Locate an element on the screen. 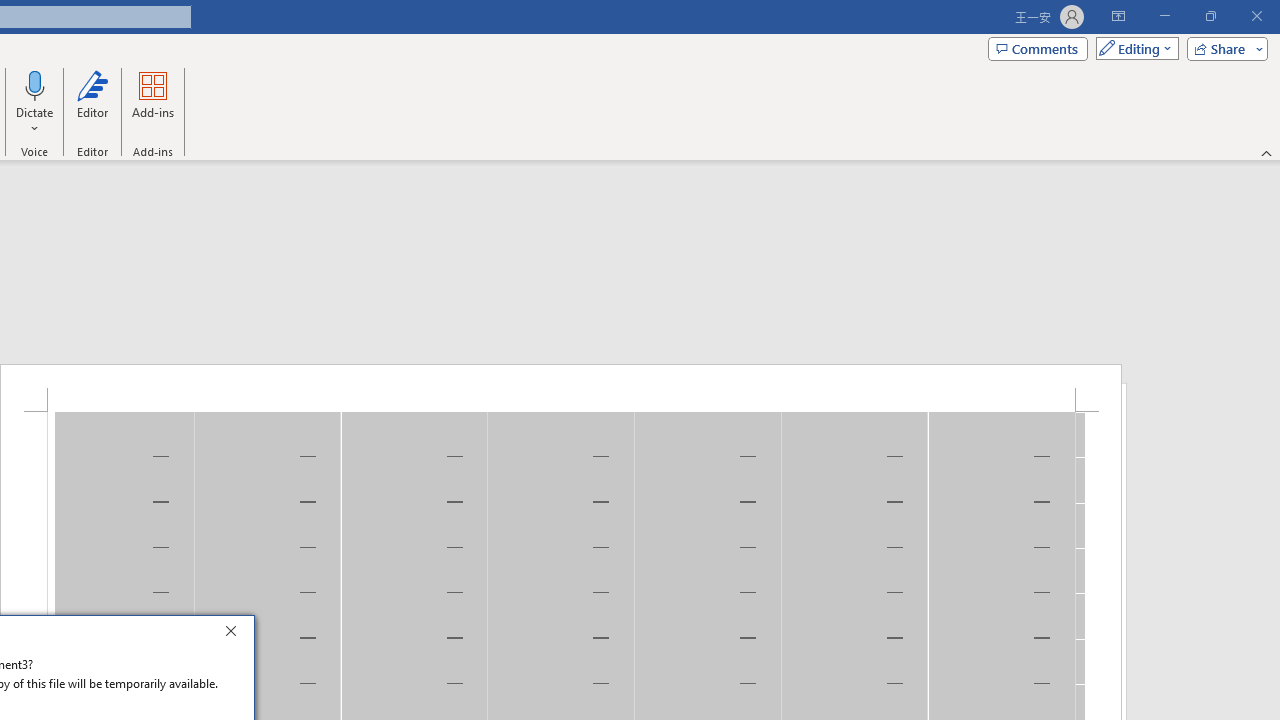  'Editor' is located at coordinates (91, 103).